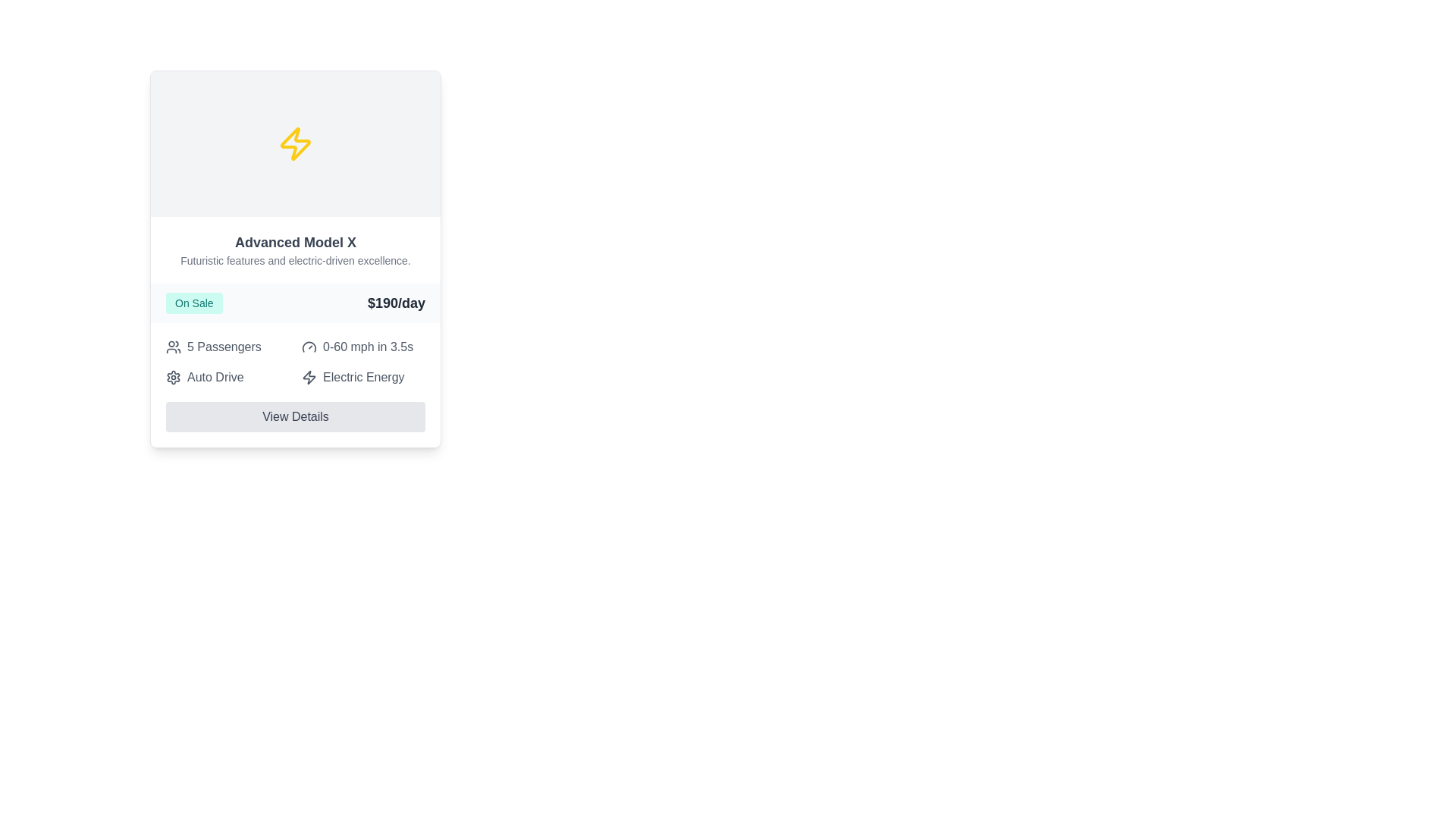 The width and height of the screenshot is (1456, 819). I want to click on the Text with Icon element that indicates '5 Passengers', so click(227, 347).